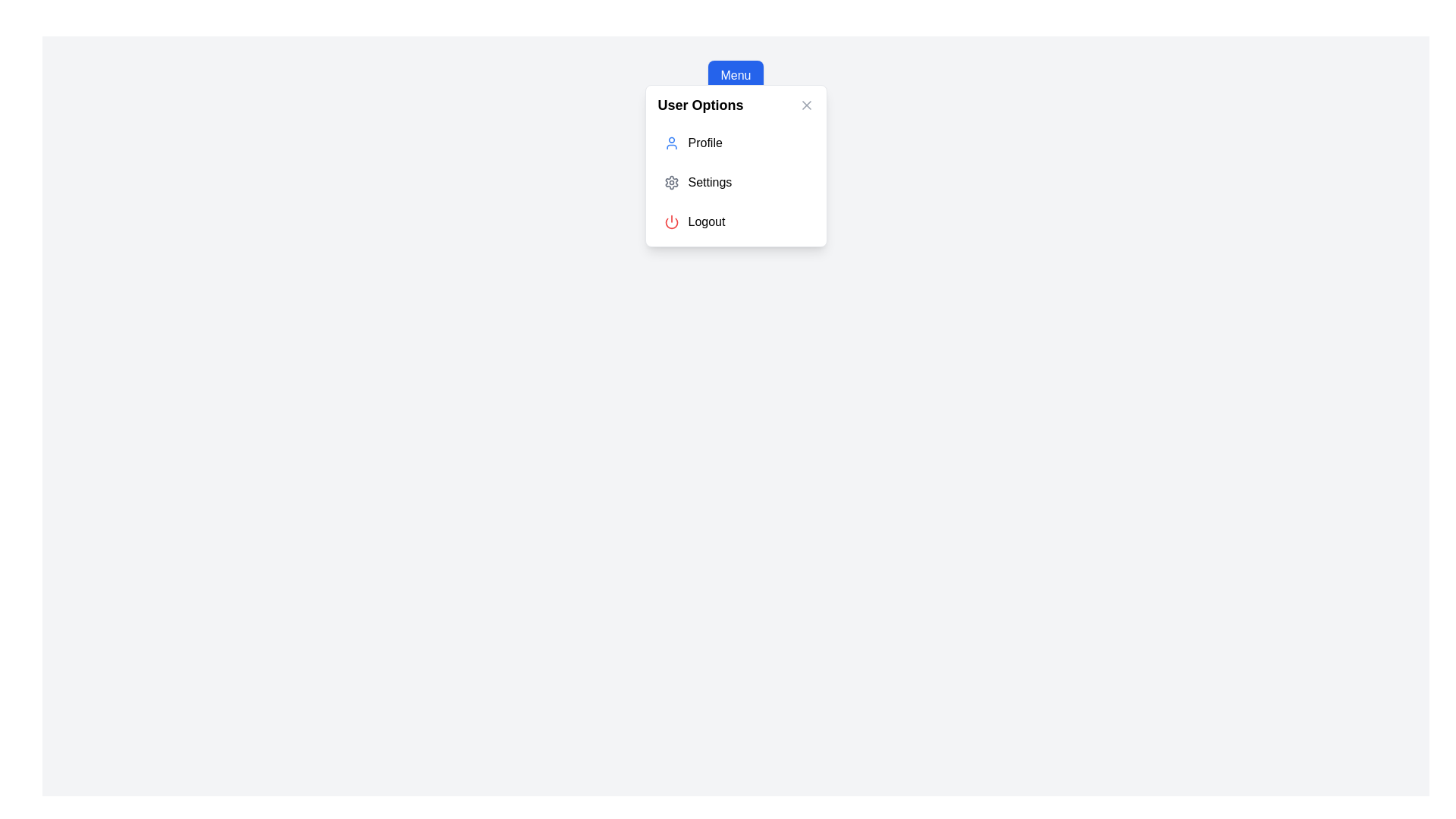  Describe the element at coordinates (736, 222) in the screenshot. I see `the logout button located in the 'User Options' dropdown menu, which is the third item below 'Profile' and 'Settings', to log out of the application` at that location.